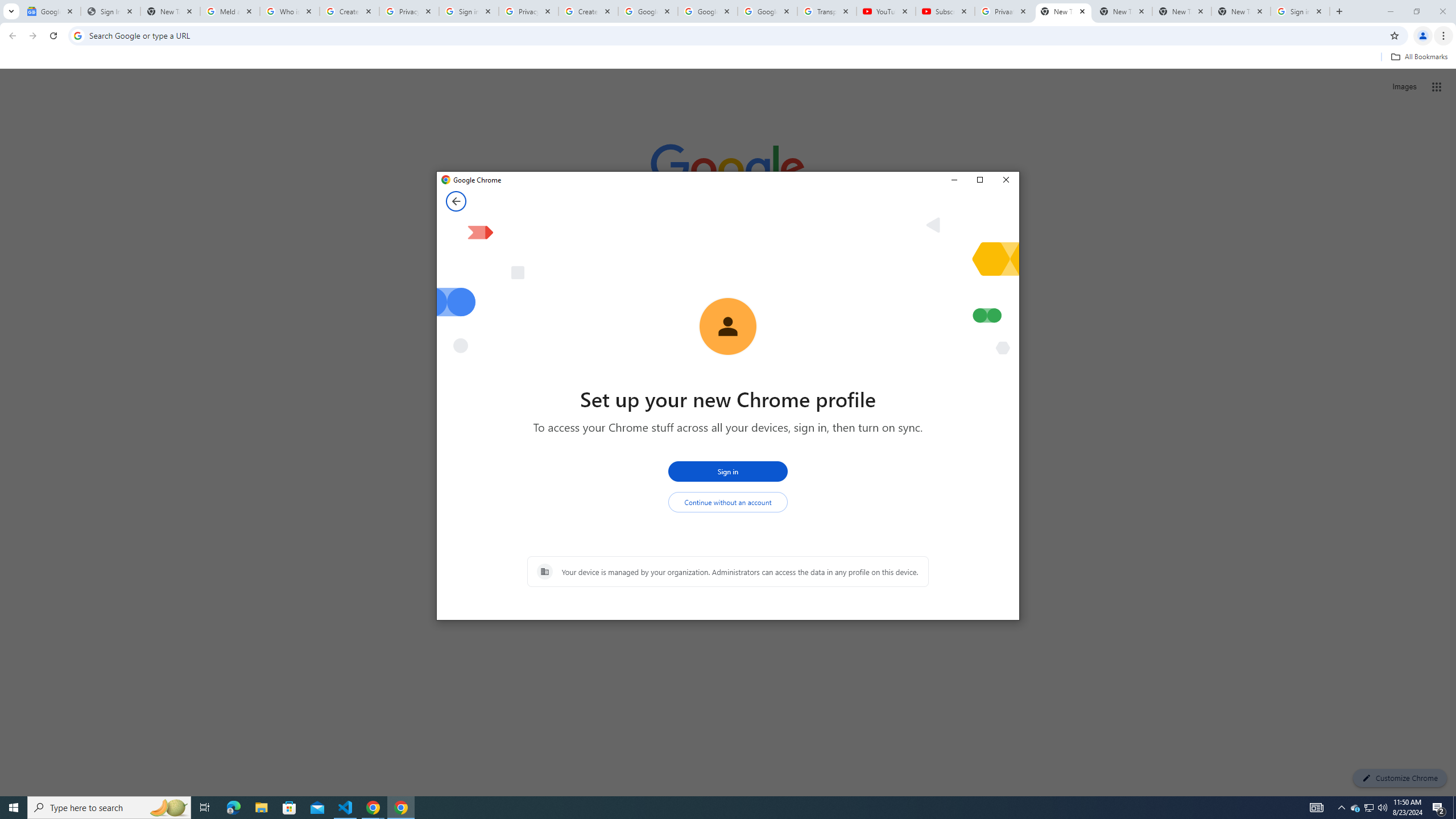  What do you see at coordinates (979, 180) in the screenshot?
I see `'Maximize'` at bounding box center [979, 180].